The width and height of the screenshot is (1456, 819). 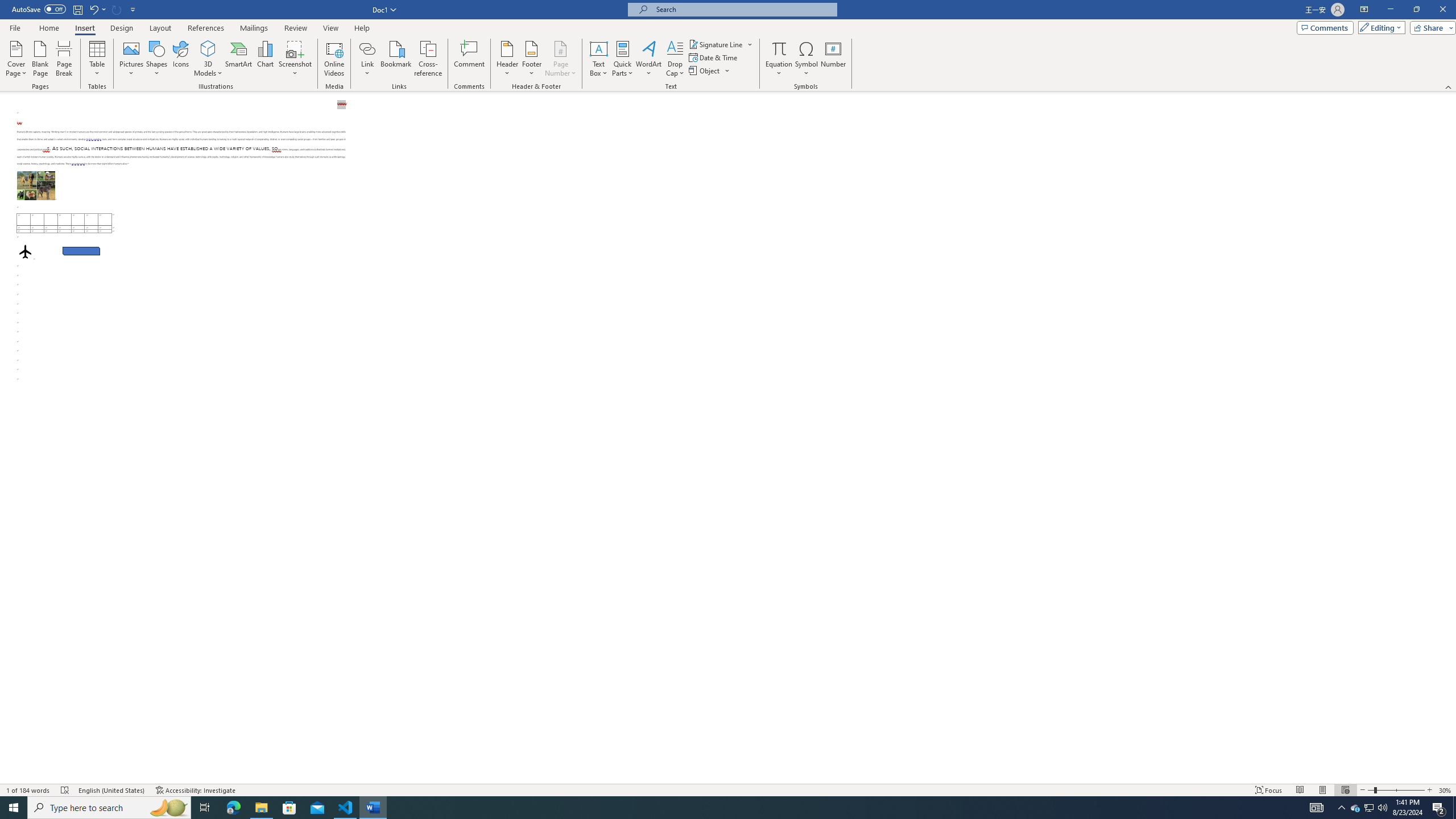 What do you see at coordinates (531, 59) in the screenshot?
I see `'Footer'` at bounding box center [531, 59].